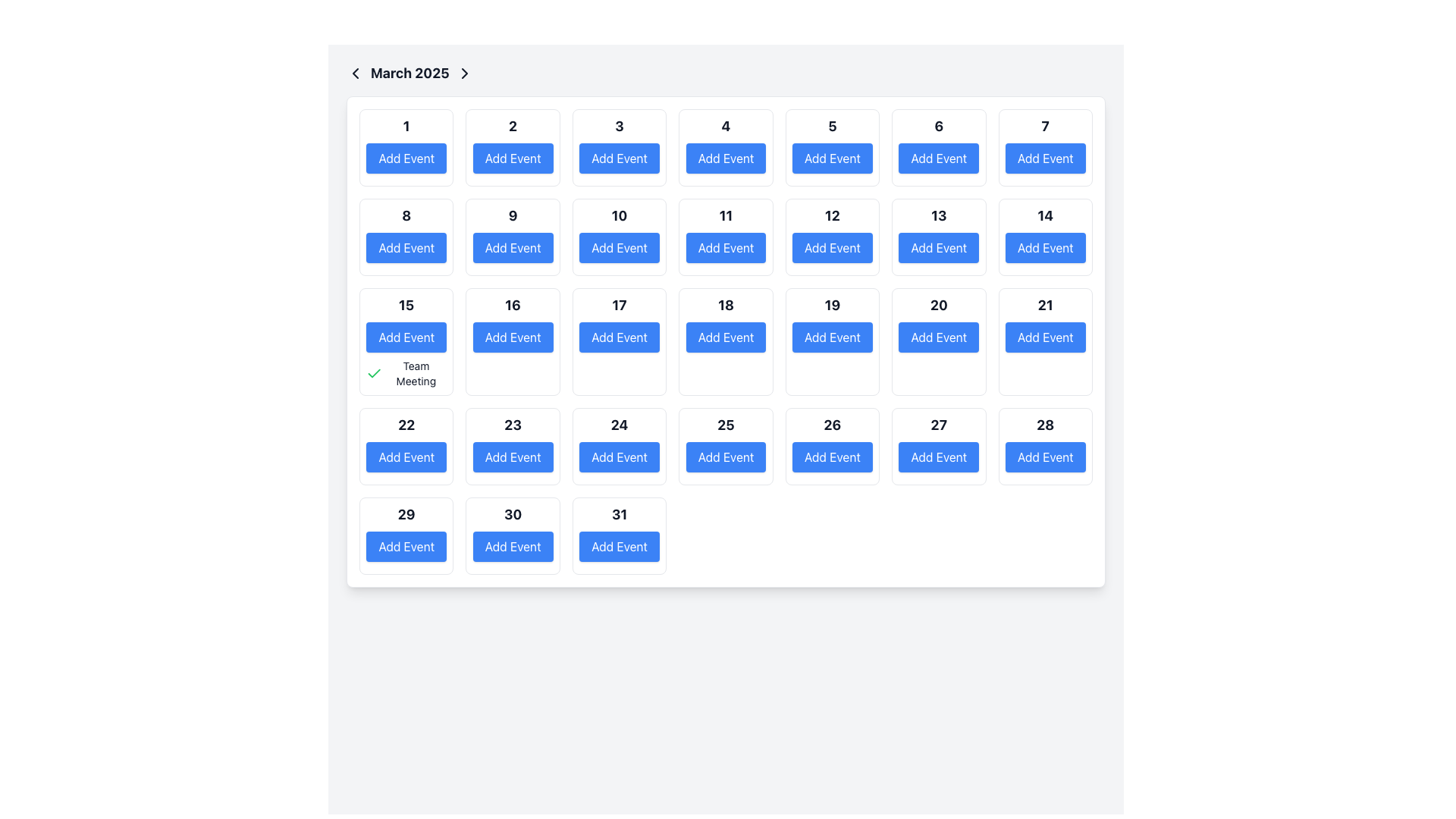  What do you see at coordinates (1044, 336) in the screenshot?
I see `the button located in the grid layout for March 21st to initiate adding an event` at bounding box center [1044, 336].